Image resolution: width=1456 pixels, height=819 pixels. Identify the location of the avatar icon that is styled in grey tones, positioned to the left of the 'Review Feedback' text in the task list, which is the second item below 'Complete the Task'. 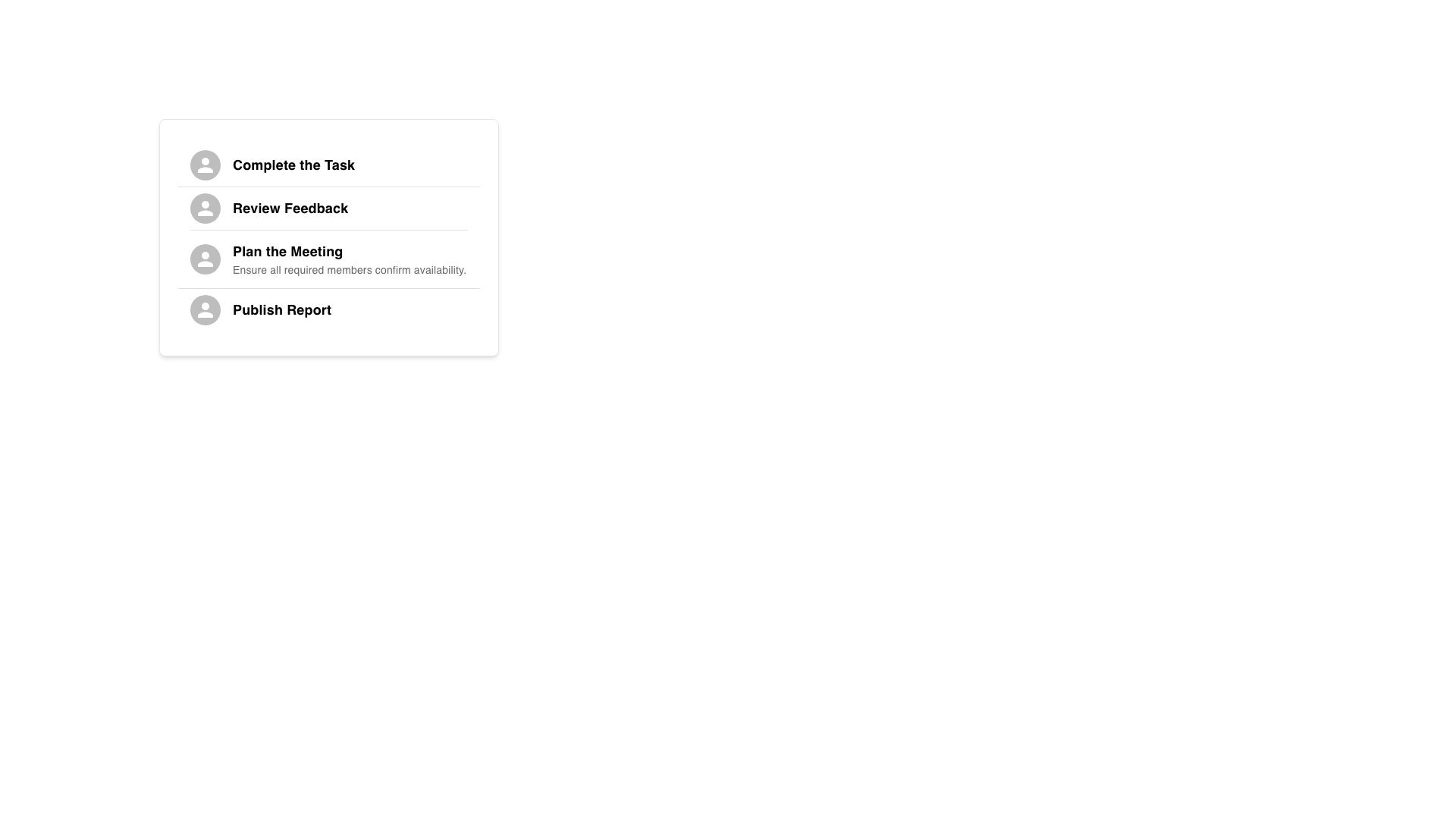
(204, 208).